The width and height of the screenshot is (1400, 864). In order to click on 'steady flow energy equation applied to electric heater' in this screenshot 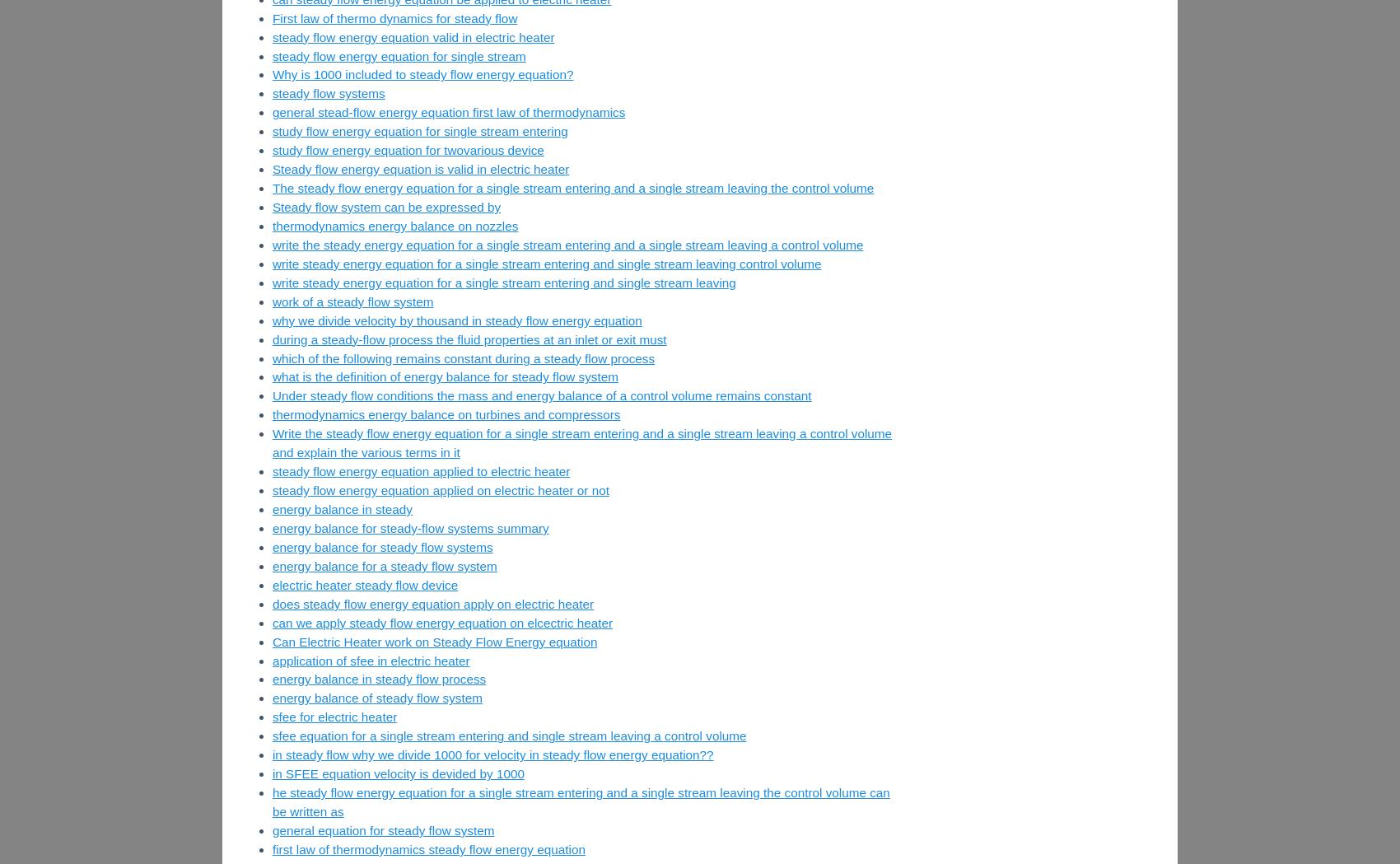, I will do `click(421, 470)`.